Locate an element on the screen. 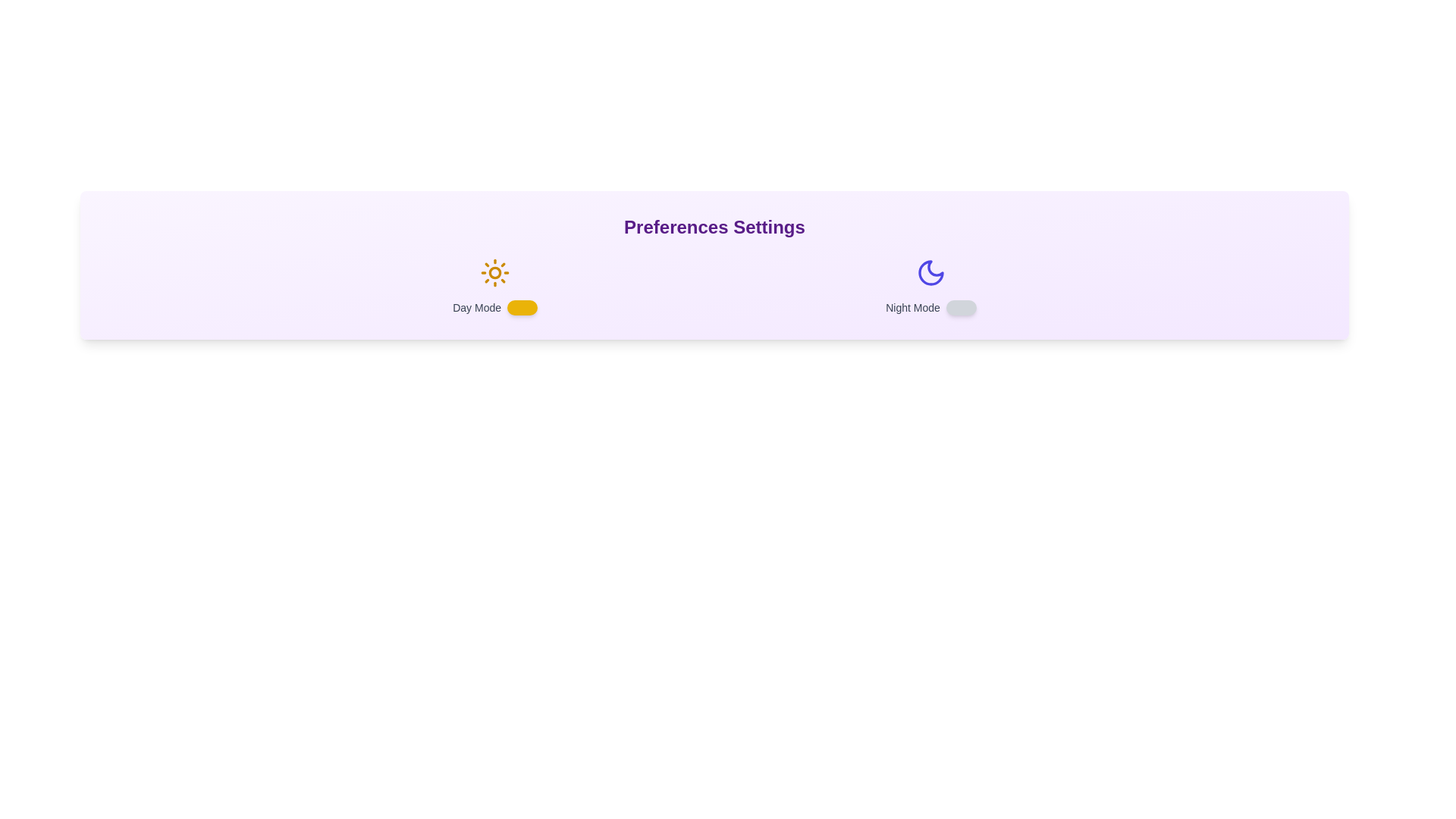 The width and height of the screenshot is (1456, 819). the 'Sun' icon to toggle the Day Mode is located at coordinates (494, 271).